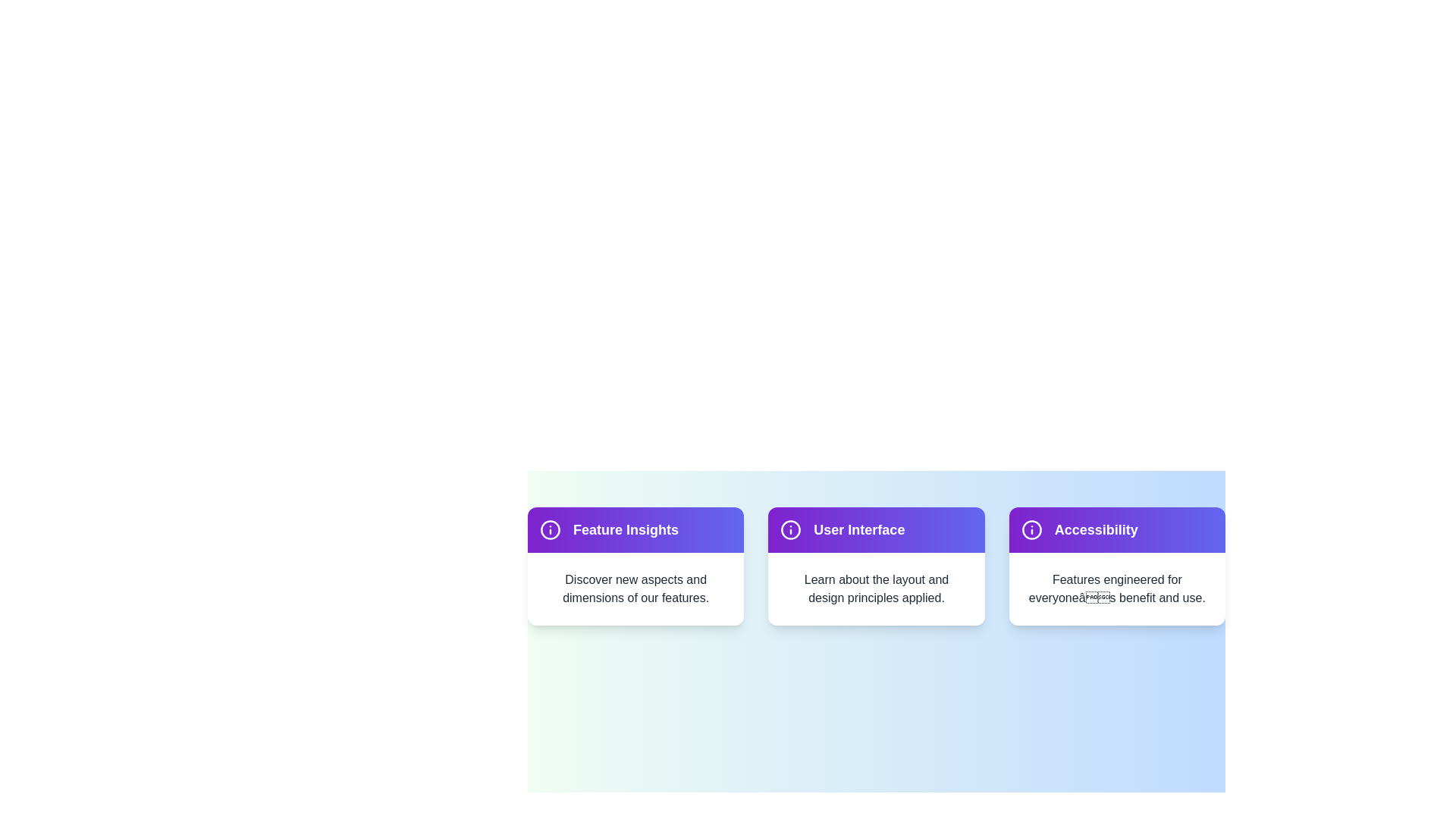 Image resolution: width=1456 pixels, height=819 pixels. Describe the element at coordinates (1117, 529) in the screenshot. I see `the vibrant Accessibility button with a gradient background and white text` at that location.